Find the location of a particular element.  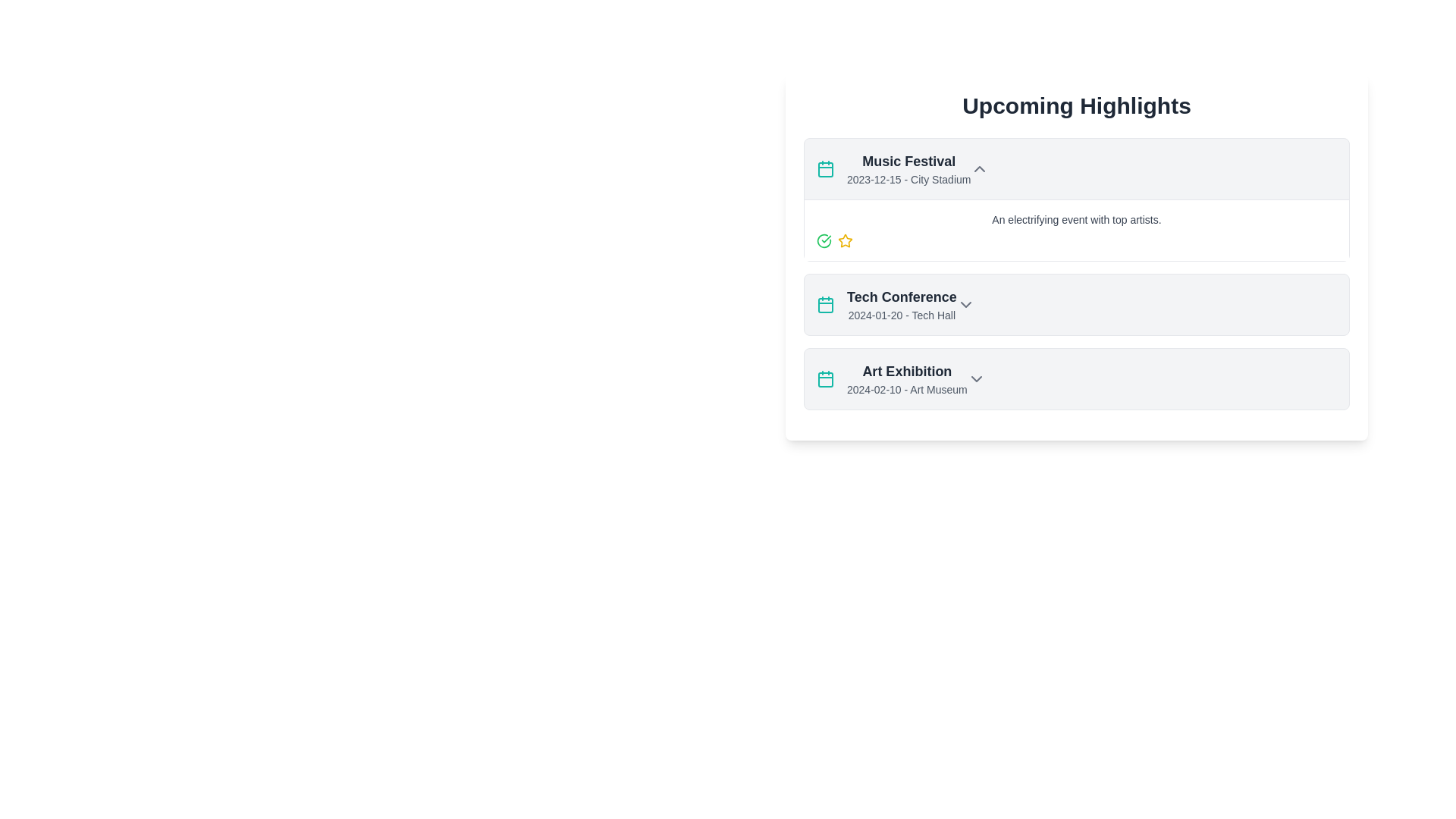

the text label '2024-01-20 - Tech Hall' which is styled in a smaller gray font and located below the title 'Tech Conference' within the event card for the Tech Conference is located at coordinates (902, 315).